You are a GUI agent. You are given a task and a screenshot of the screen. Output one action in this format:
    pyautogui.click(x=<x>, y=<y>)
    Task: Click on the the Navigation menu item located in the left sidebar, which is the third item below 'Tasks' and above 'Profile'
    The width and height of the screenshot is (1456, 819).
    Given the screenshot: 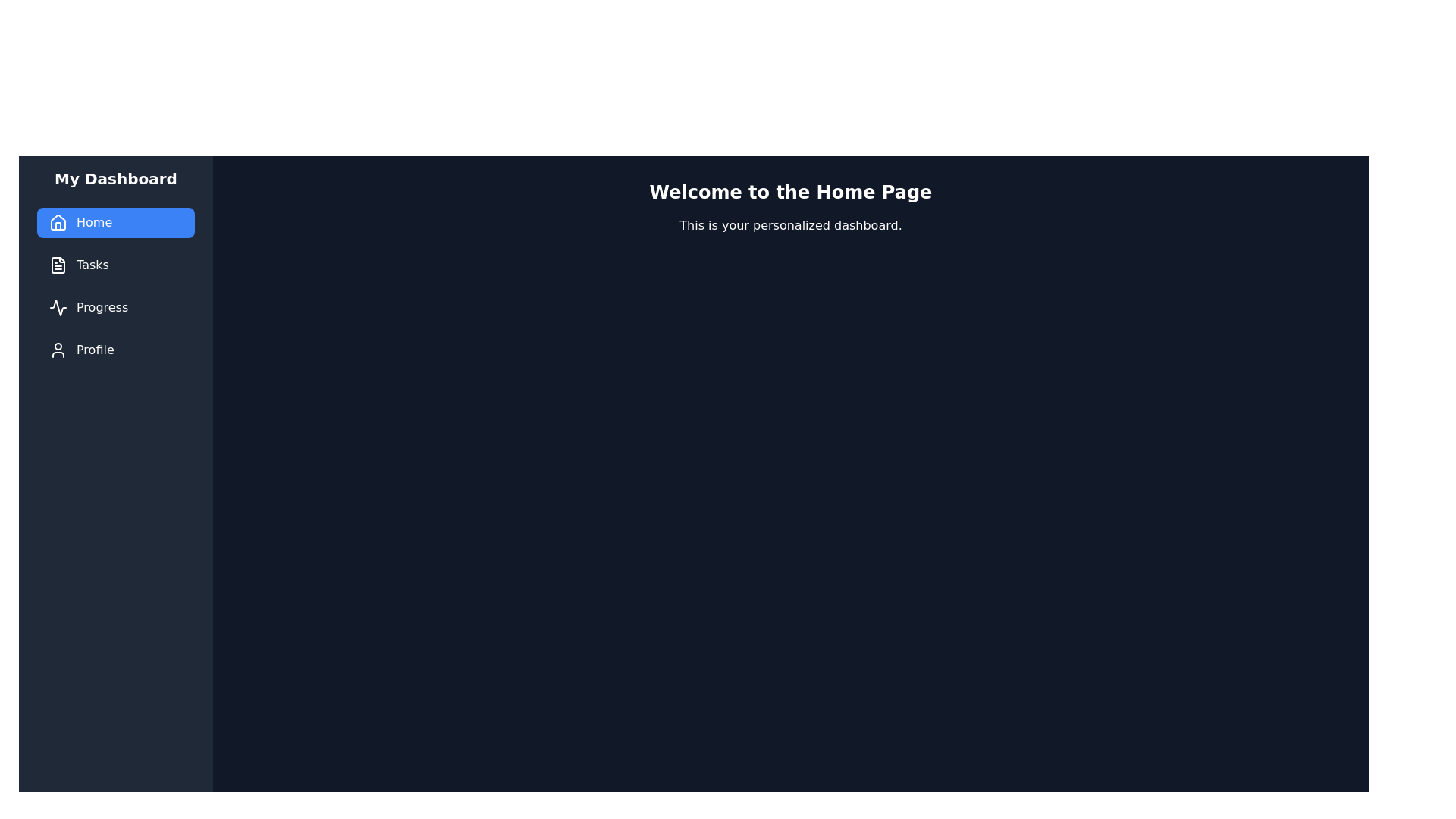 What is the action you would take?
    pyautogui.click(x=115, y=307)
    